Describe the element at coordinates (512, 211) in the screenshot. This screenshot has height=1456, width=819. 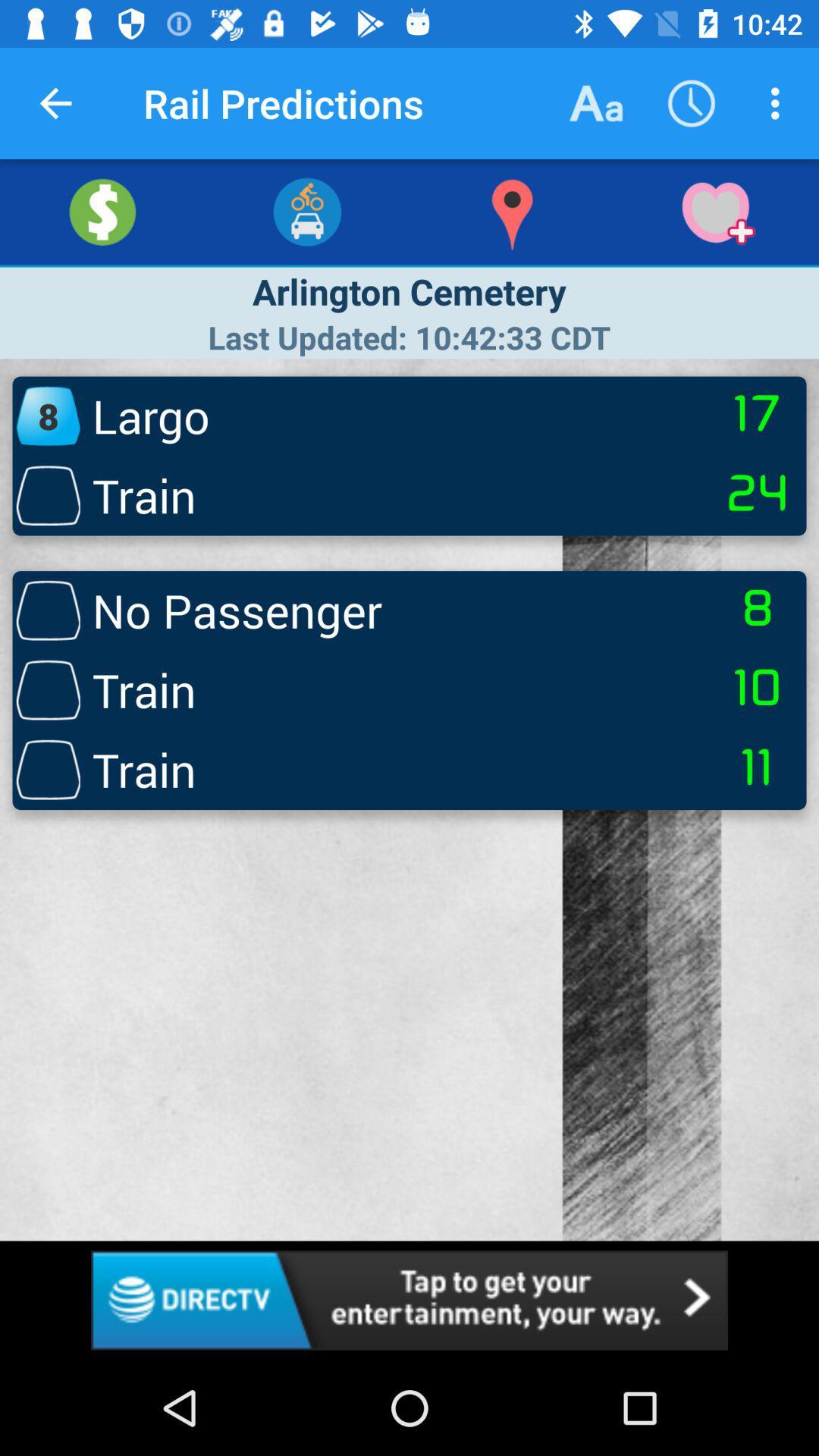
I see `the explore icon` at that location.